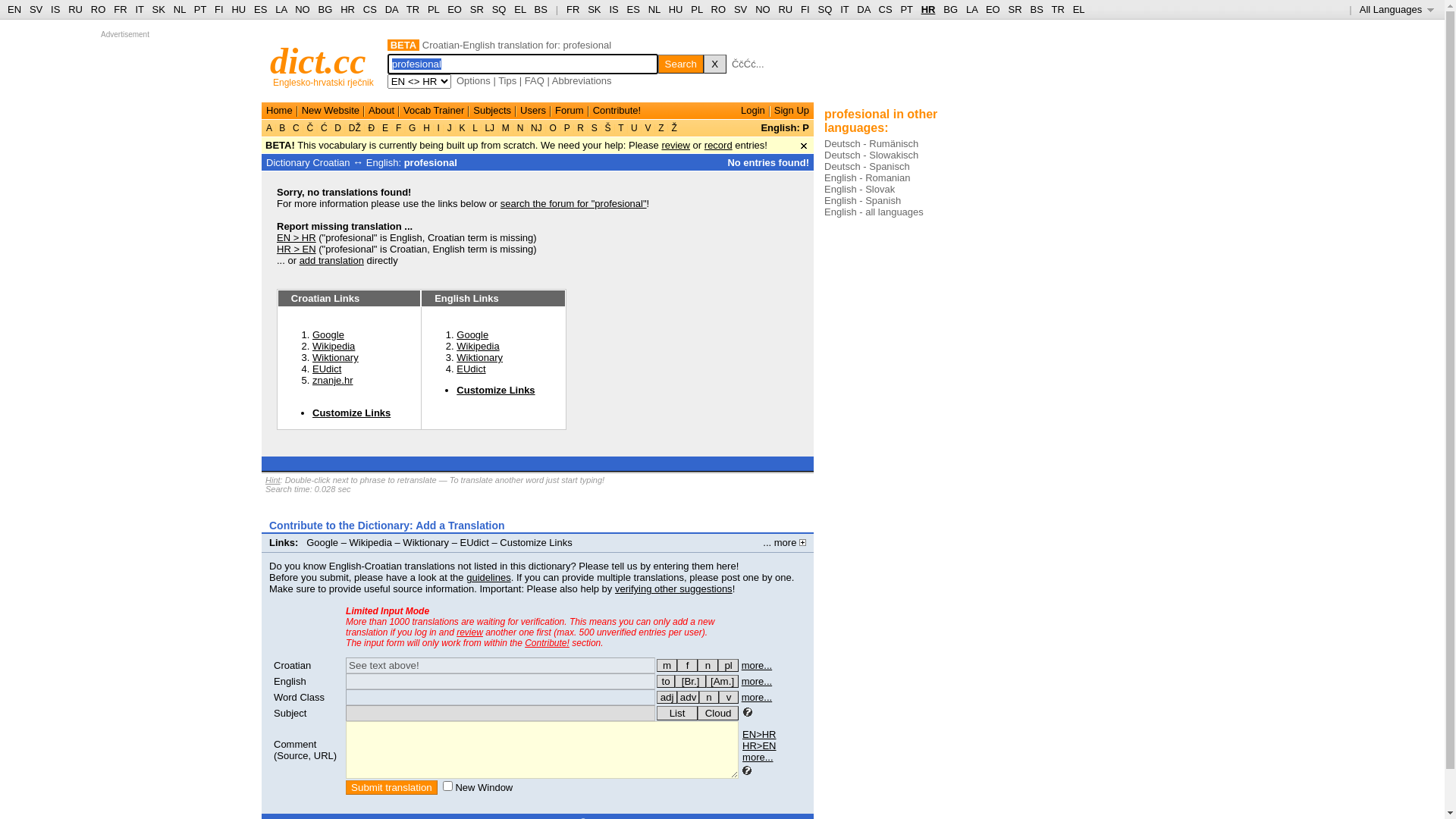  What do you see at coordinates (391, 786) in the screenshot?
I see `'Submit translation'` at bounding box center [391, 786].